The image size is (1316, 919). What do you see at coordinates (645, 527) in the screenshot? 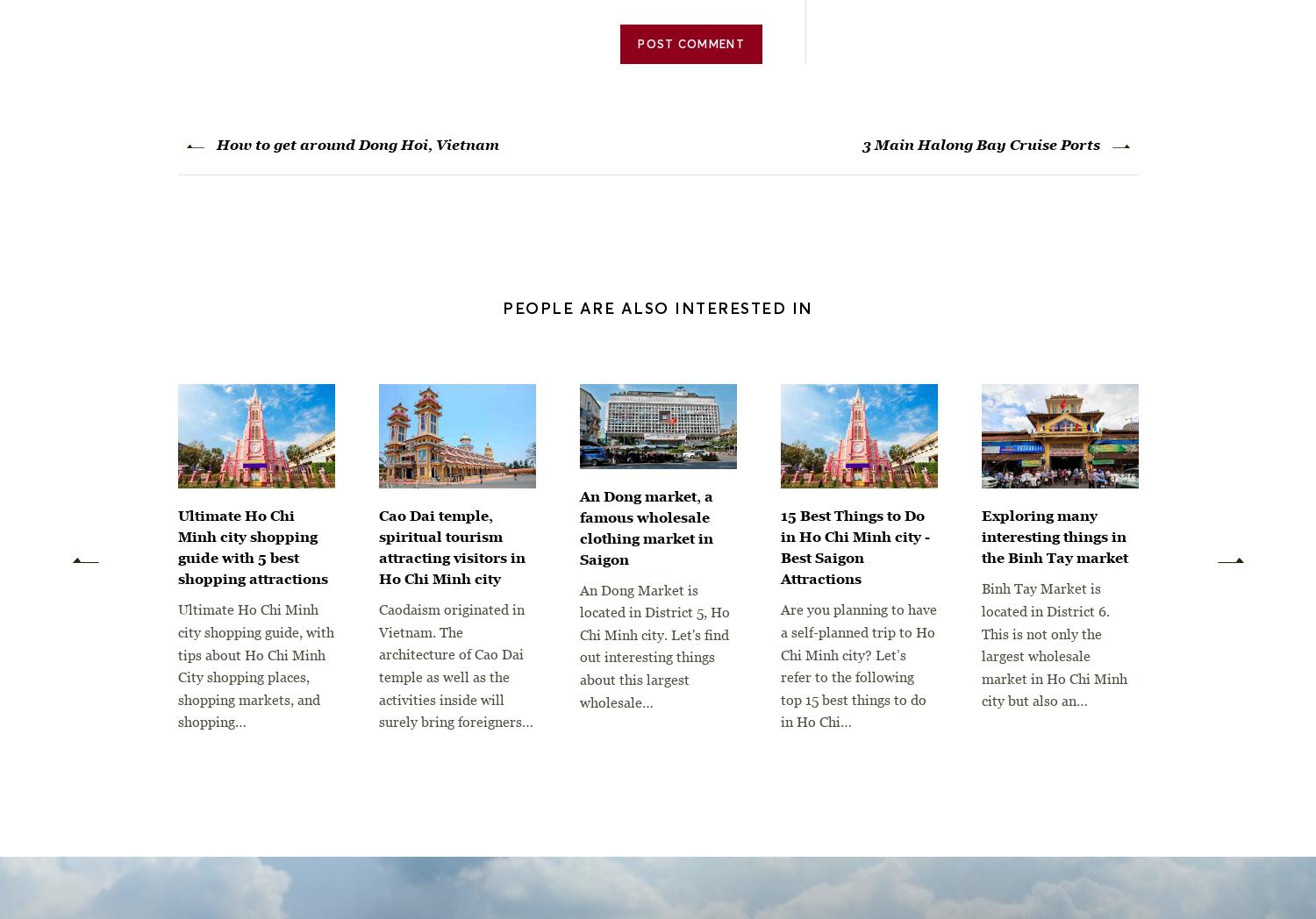
I see `'An Dong market, a famous wholesale clothing market in Saigon'` at bounding box center [645, 527].